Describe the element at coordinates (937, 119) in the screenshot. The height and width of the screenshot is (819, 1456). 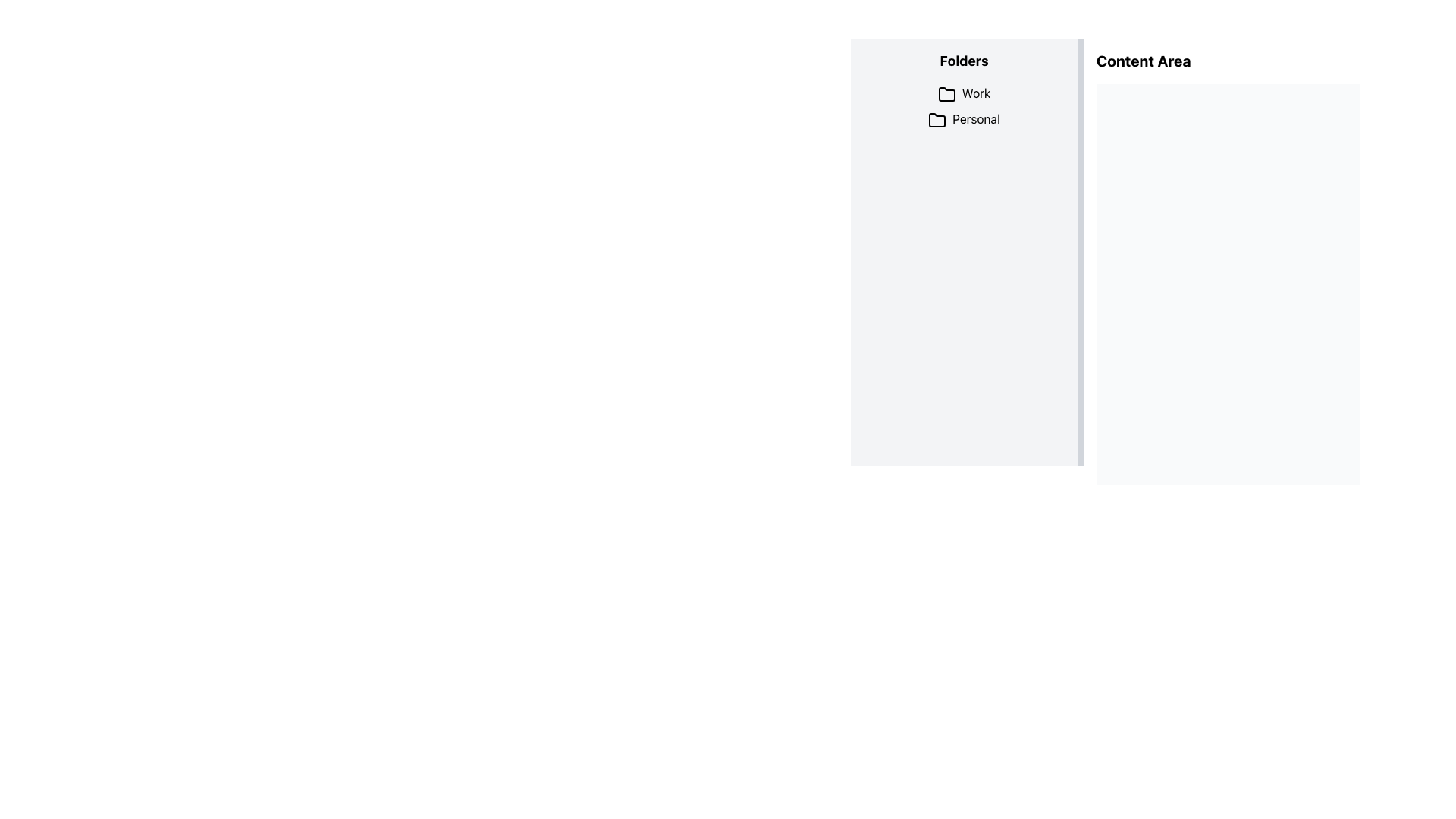
I see `the folder icon labeled 'Personal', which is the second icon in the 'Folders' section, located directly below the 'Work' folder icon` at that location.